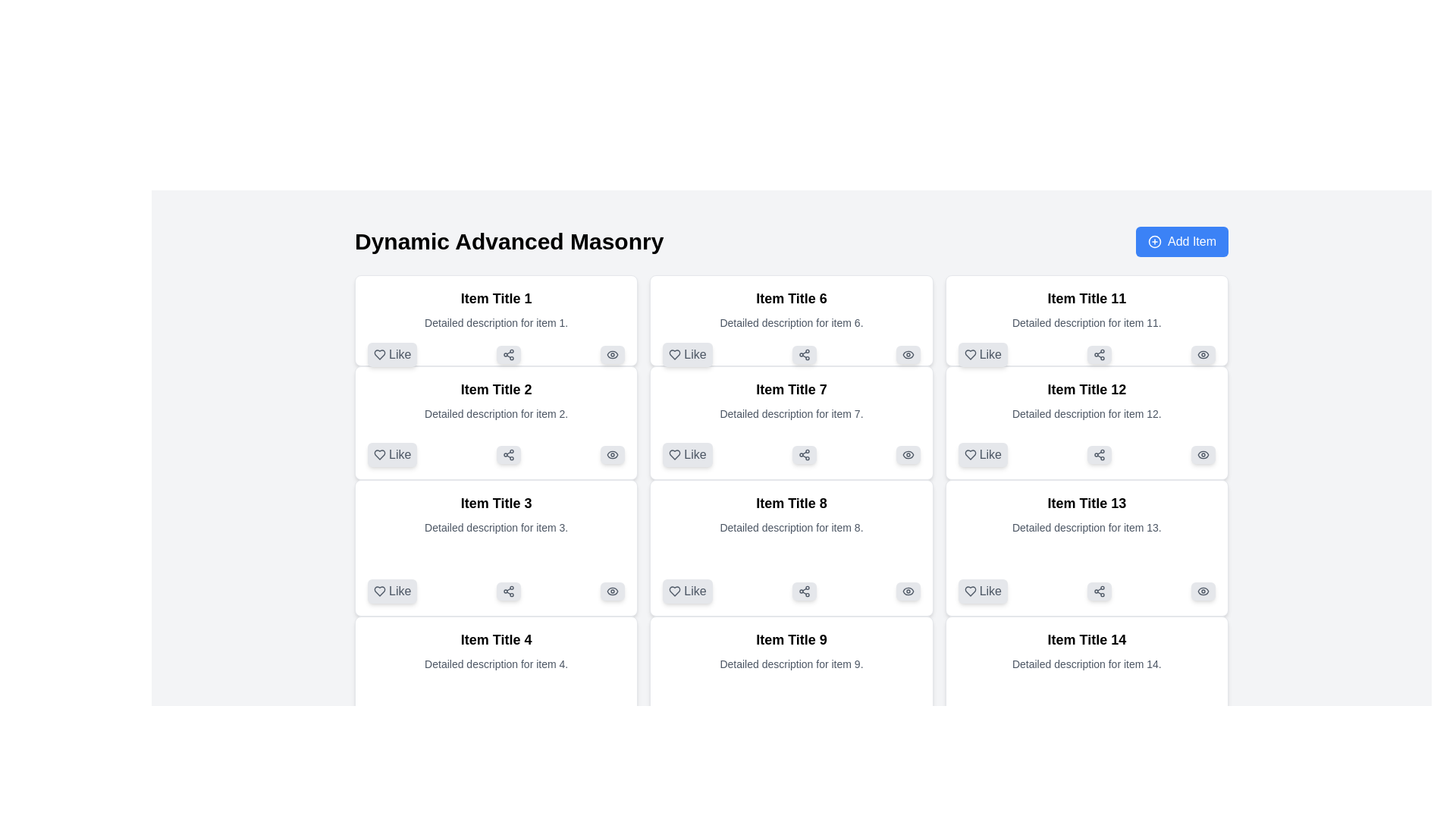 The image size is (1456, 819). Describe the element at coordinates (1086, 640) in the screenshot. I see `the static text label displaying 'Item Title 14', which is styled in bold black font on a white background, located at the top of its item card in the fourth column of the bottom row` at that location.